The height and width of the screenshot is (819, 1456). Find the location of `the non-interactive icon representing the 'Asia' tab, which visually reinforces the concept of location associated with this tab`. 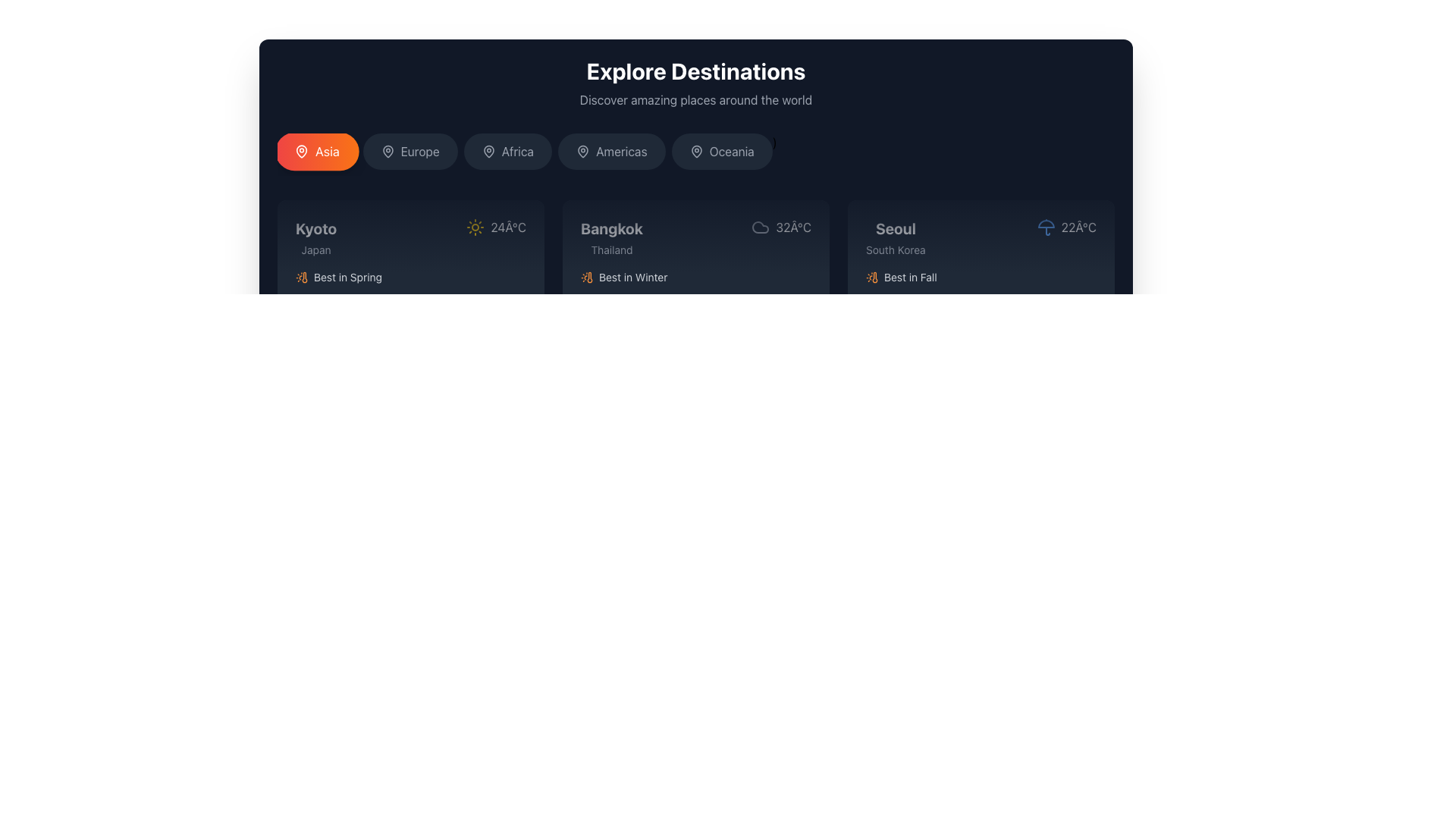

the non-interactive icon representing the 'Asia' tab, which visually reinforces the concept of location associated with this tab is located at coordinates (302, 152).